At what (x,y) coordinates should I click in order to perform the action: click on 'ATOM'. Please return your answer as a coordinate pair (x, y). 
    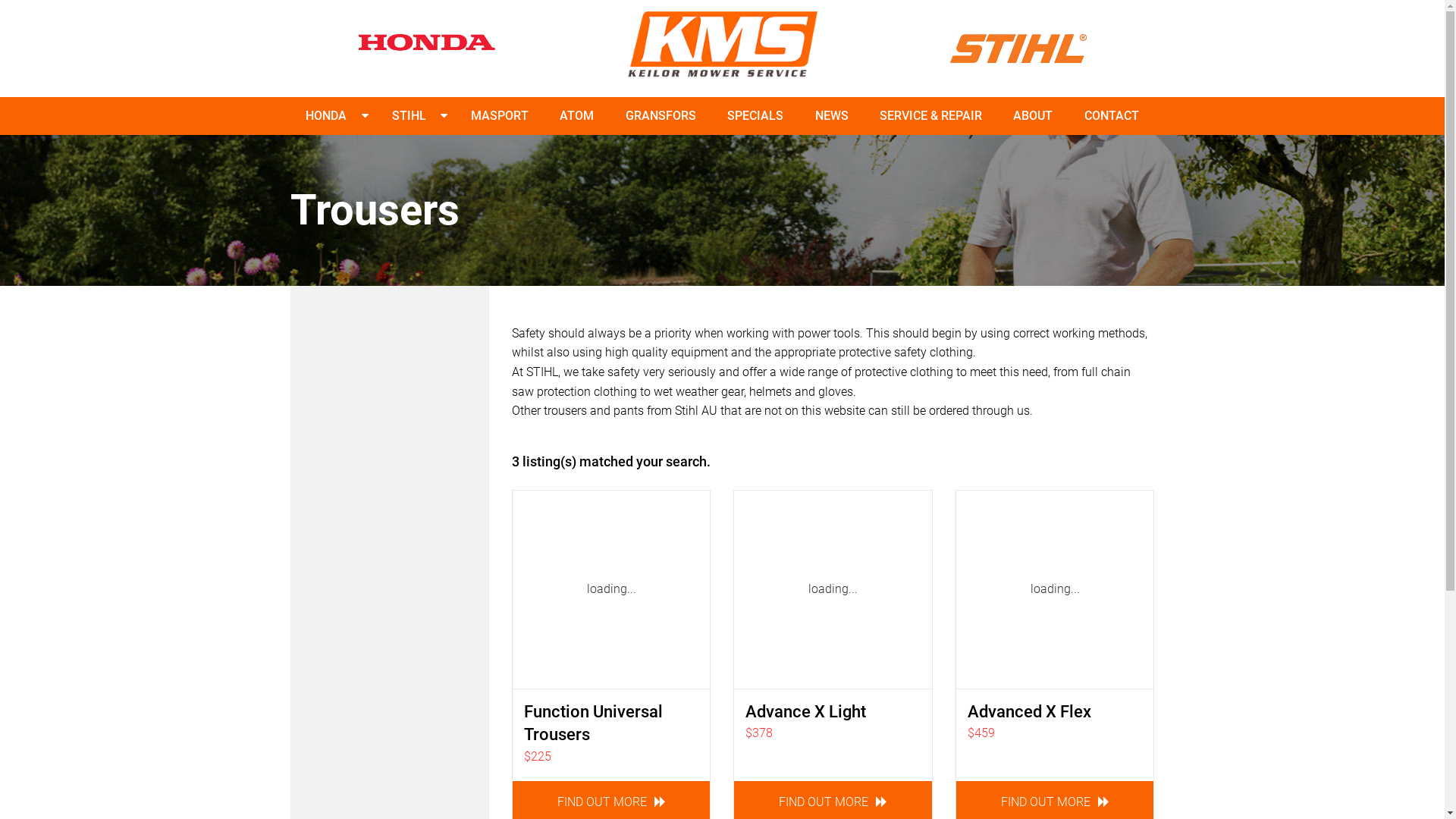
    Looking at the image, I should click on (576, 115).